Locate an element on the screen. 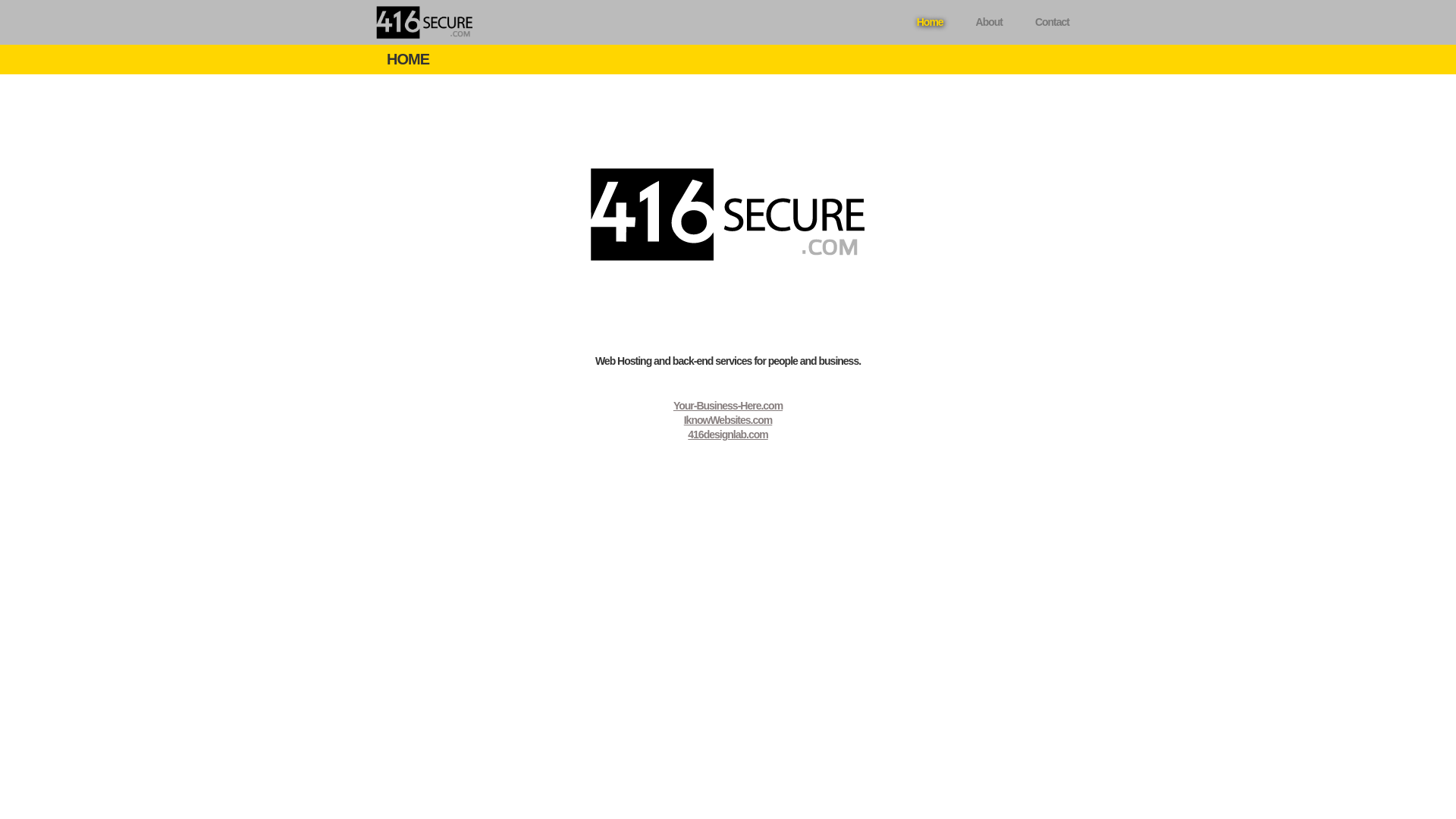  '416designlab.com' is located at coordinates (728, 435).